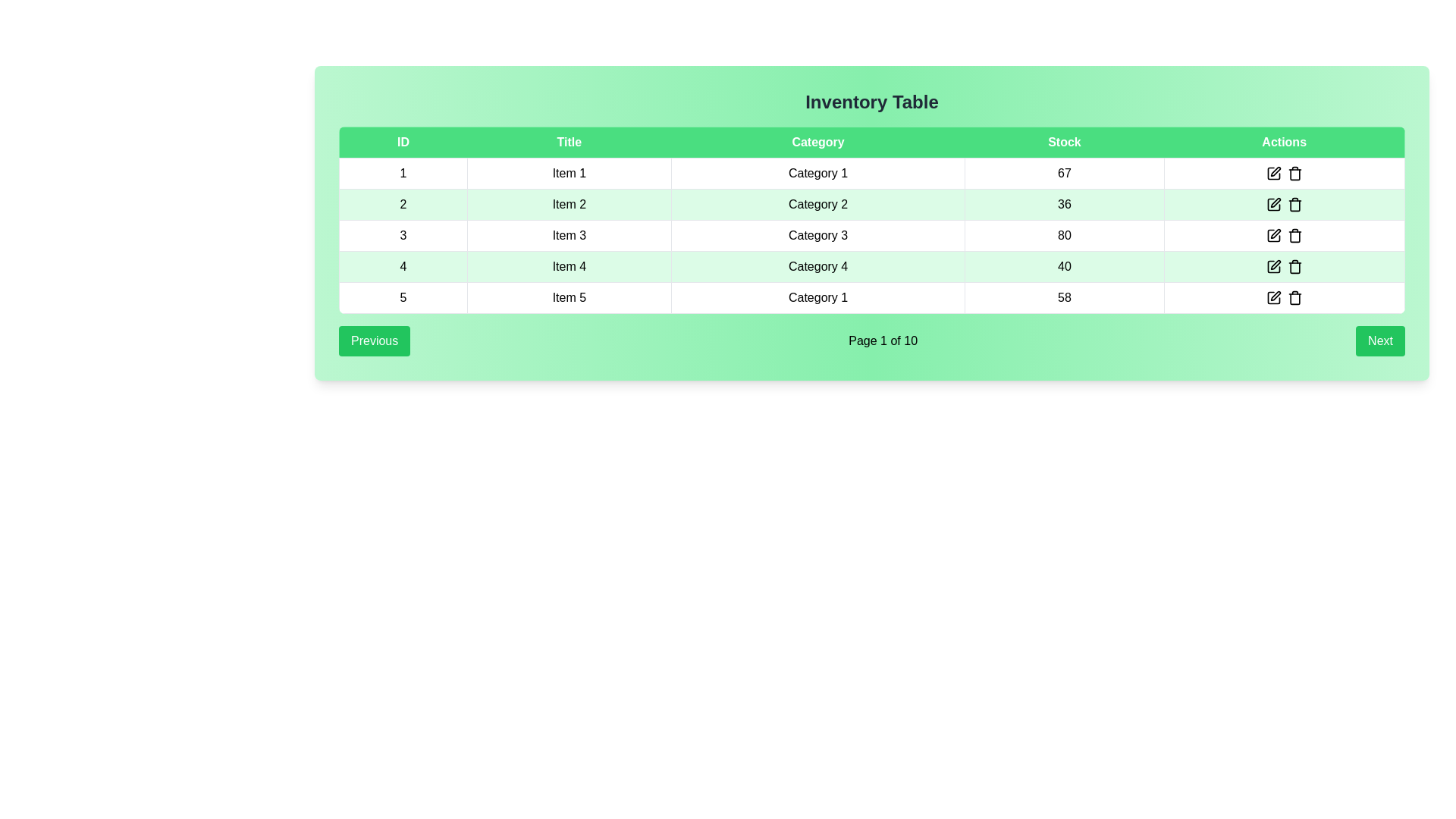  I want to click on the 'edit' icon button located in the 'Actions' column of the first row in the table to initiate the edit function, so click(1274, 172).